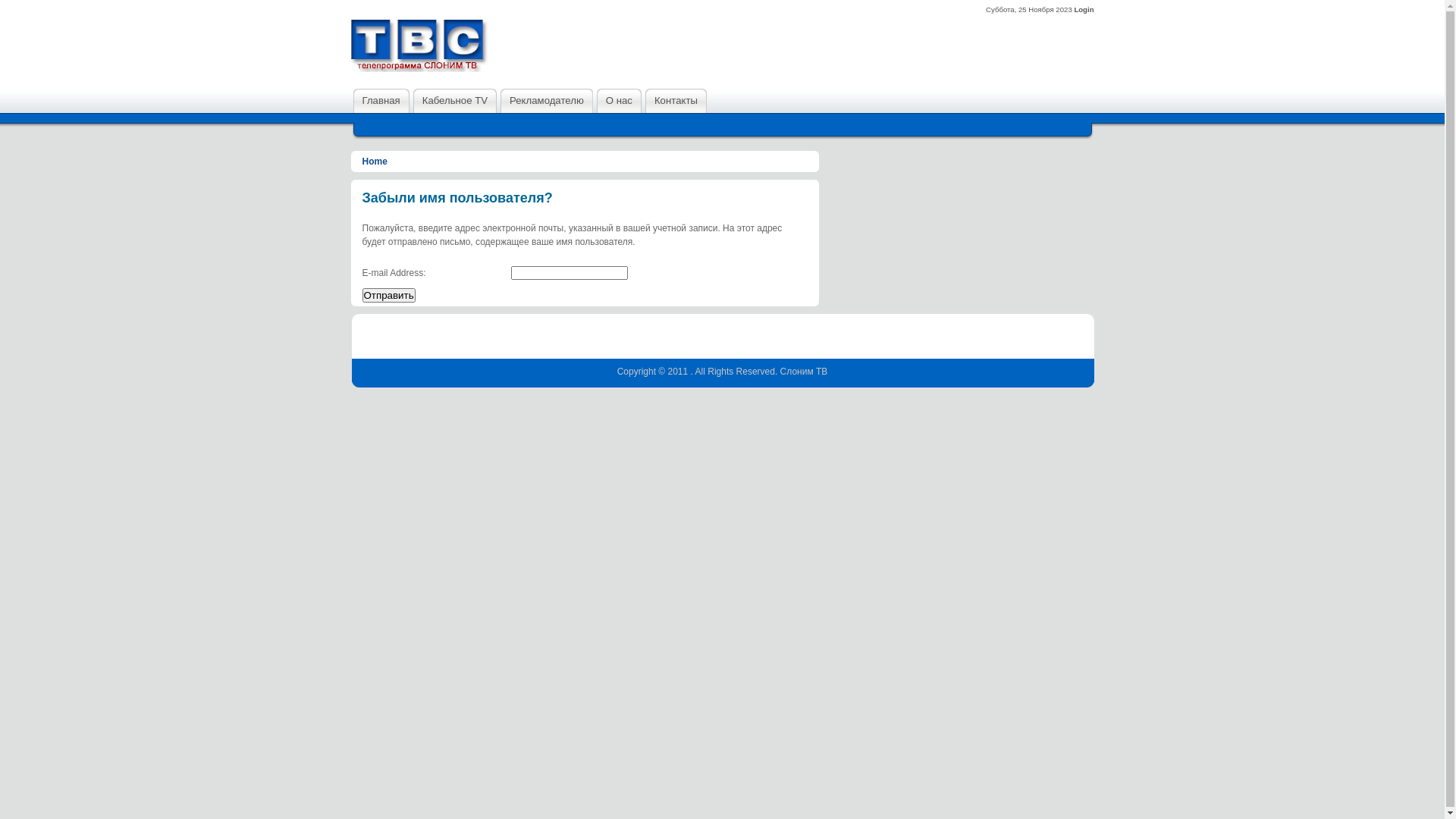  Describe the element at coordinates (1083, 9) in the screenshot. I see `'Login'` at that location.